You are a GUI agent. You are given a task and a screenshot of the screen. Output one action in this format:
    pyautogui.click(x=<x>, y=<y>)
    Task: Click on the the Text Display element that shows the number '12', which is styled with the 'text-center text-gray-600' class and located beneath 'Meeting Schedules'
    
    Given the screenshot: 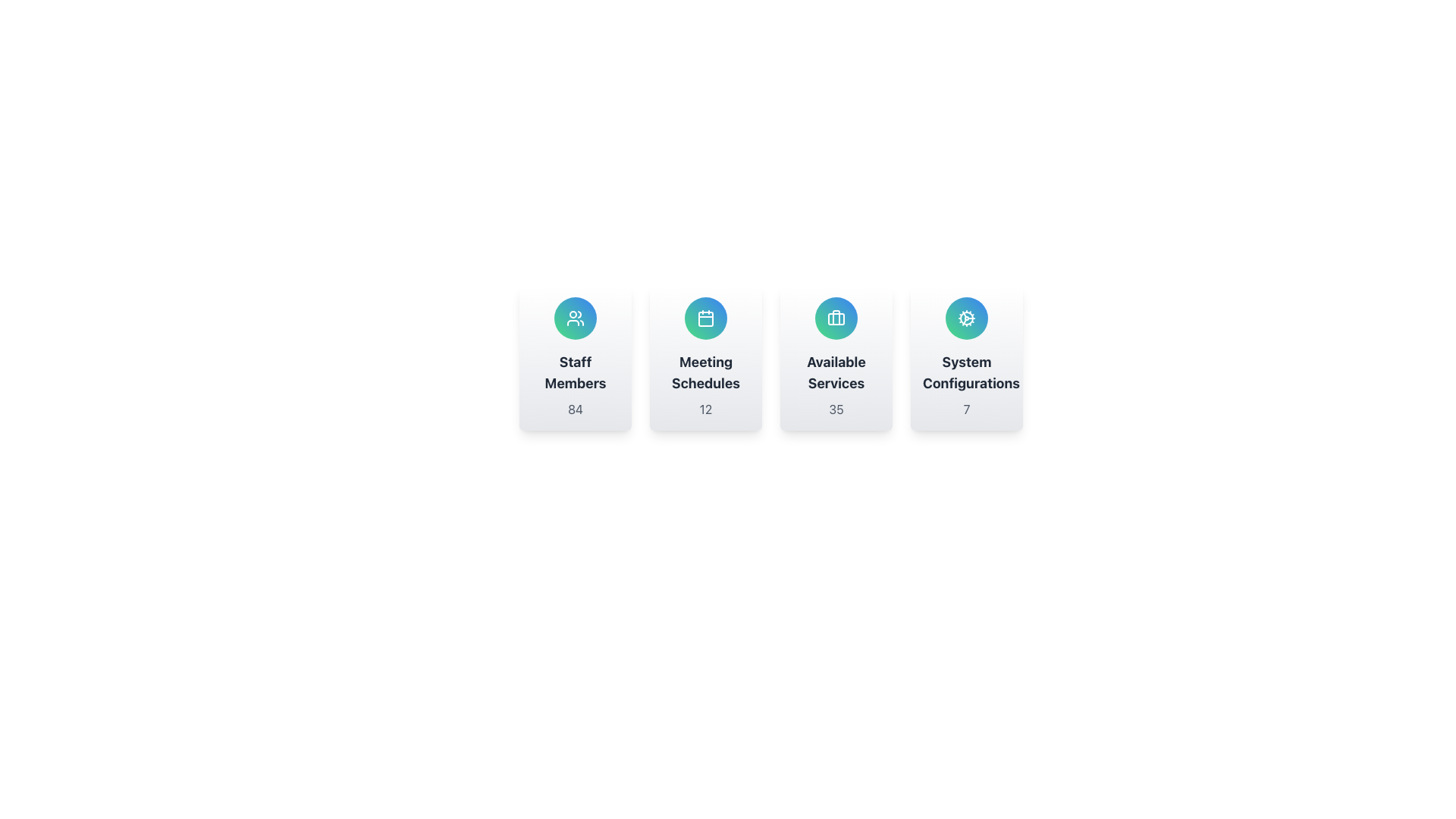 What is the action you would take?
    pyautogui.click(x=705, y=409)
    